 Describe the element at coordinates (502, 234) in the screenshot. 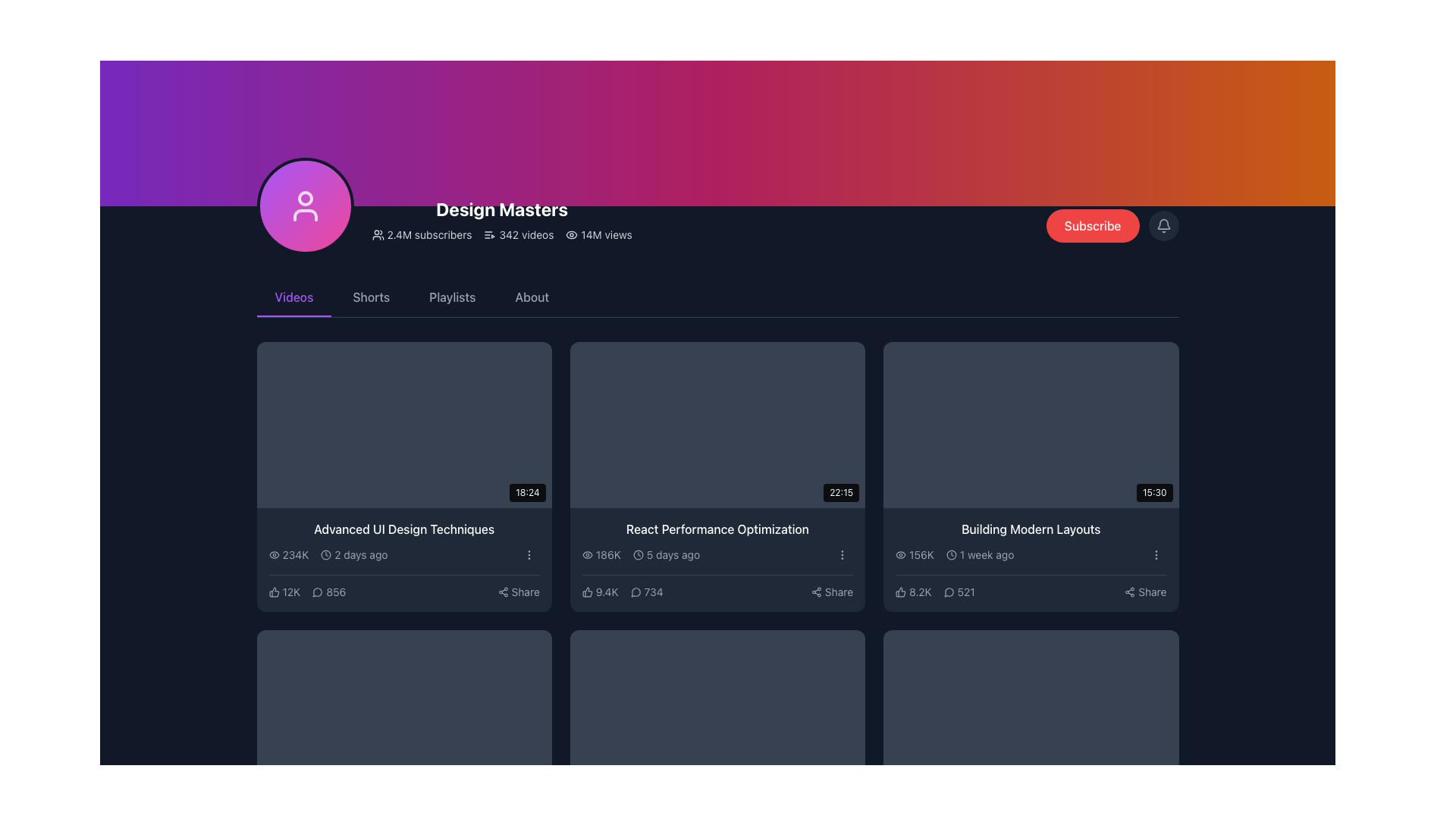

I see `information displayed in the Text block with icons located below the title 'Design Masters' at the top of the page` at that location.